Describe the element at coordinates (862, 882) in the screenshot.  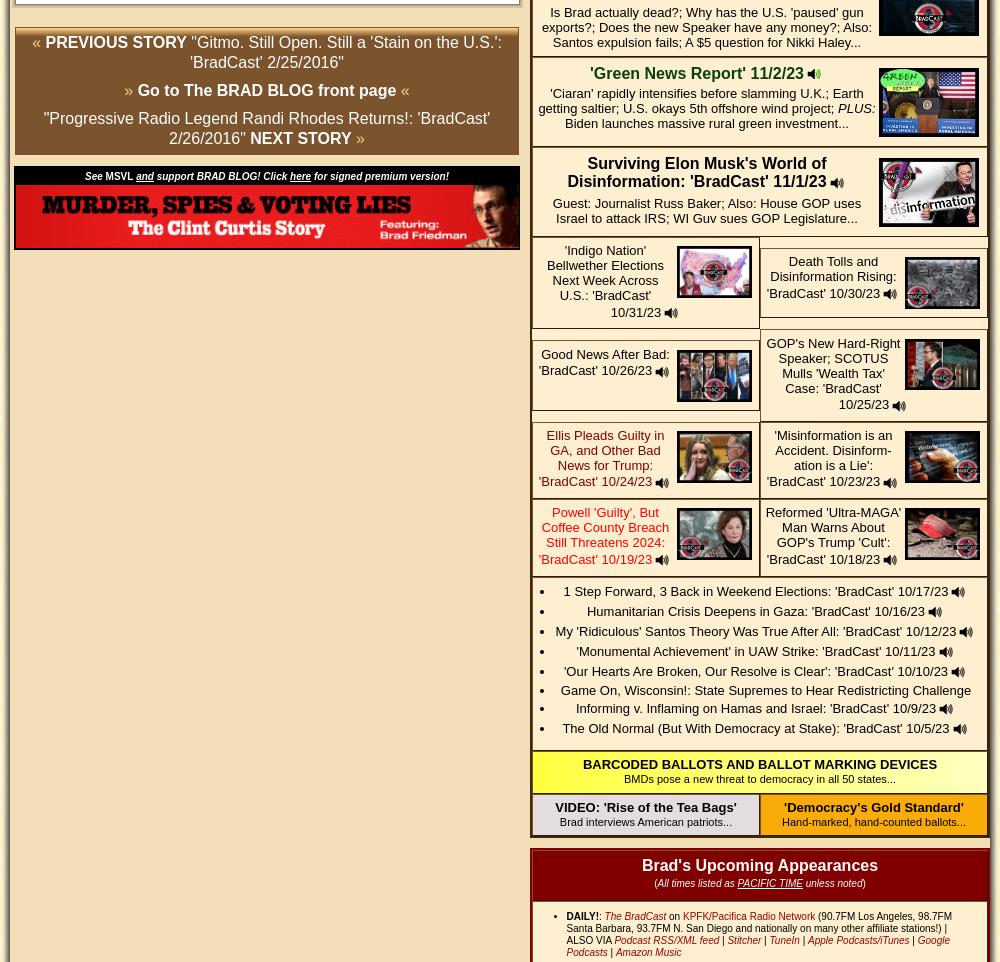
I see `')'` at that location.